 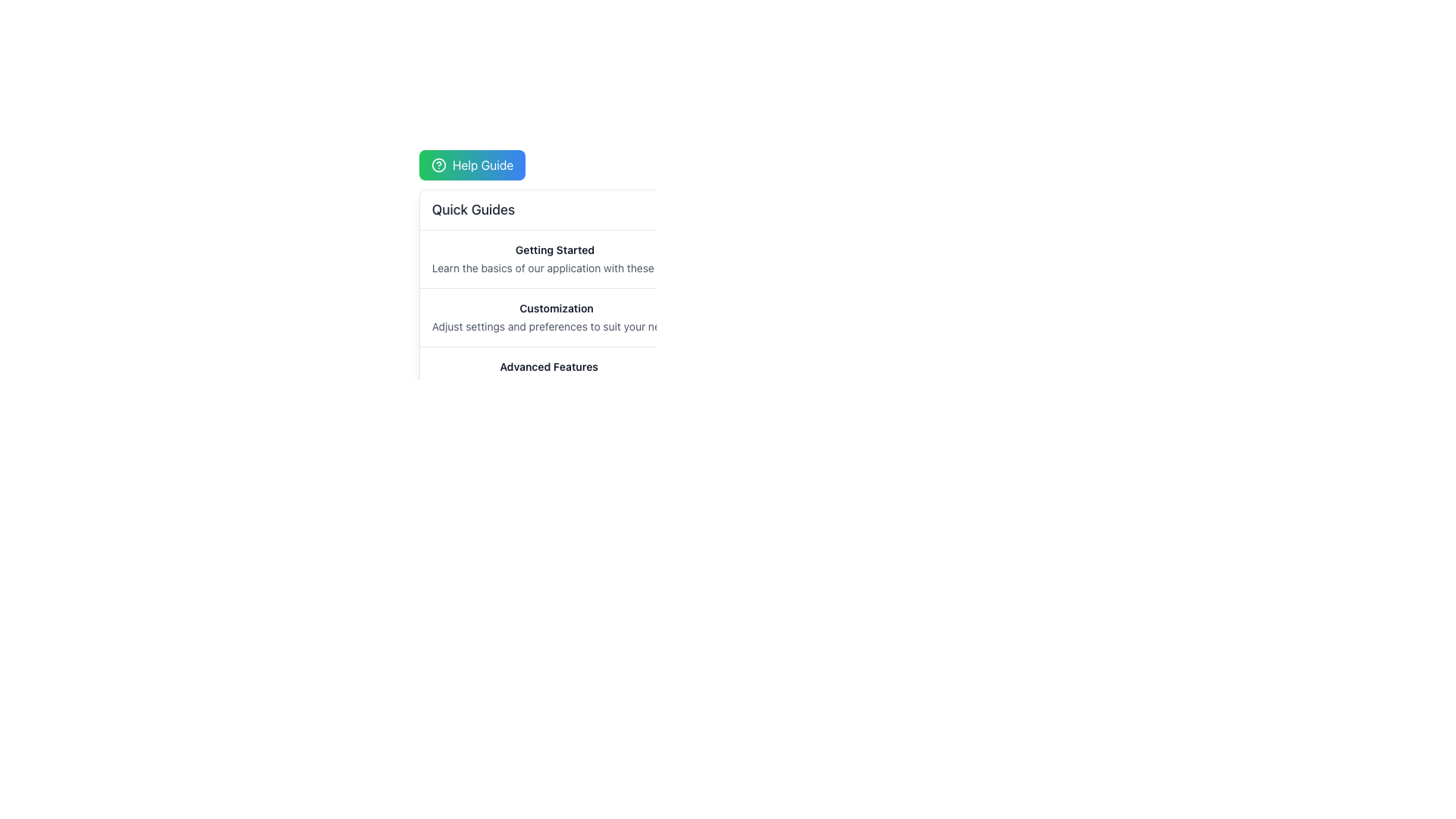 I want to click on the Text element titled 'Advanced Features' that provides information on powerful tools to maximize productivity, located at the bottom of a vertical list of guide topics, so click(x=563, y=375).